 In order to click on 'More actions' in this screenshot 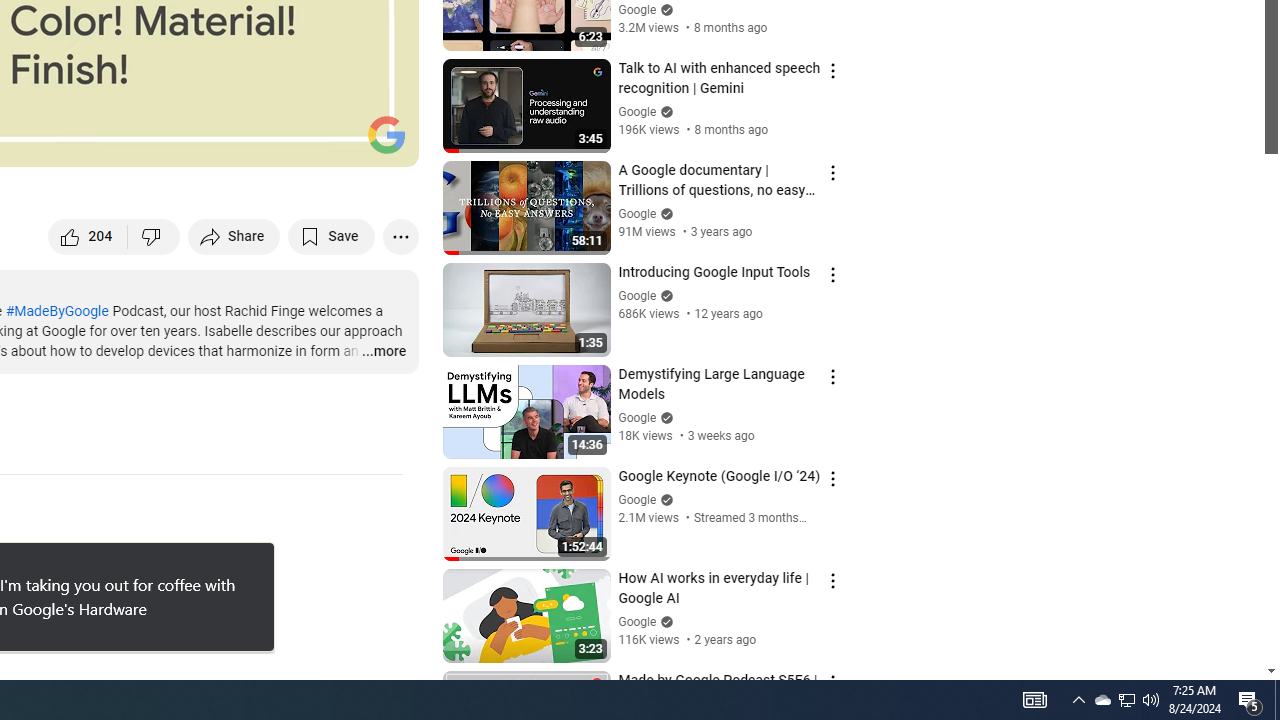, I will do `click(400, 235)`.